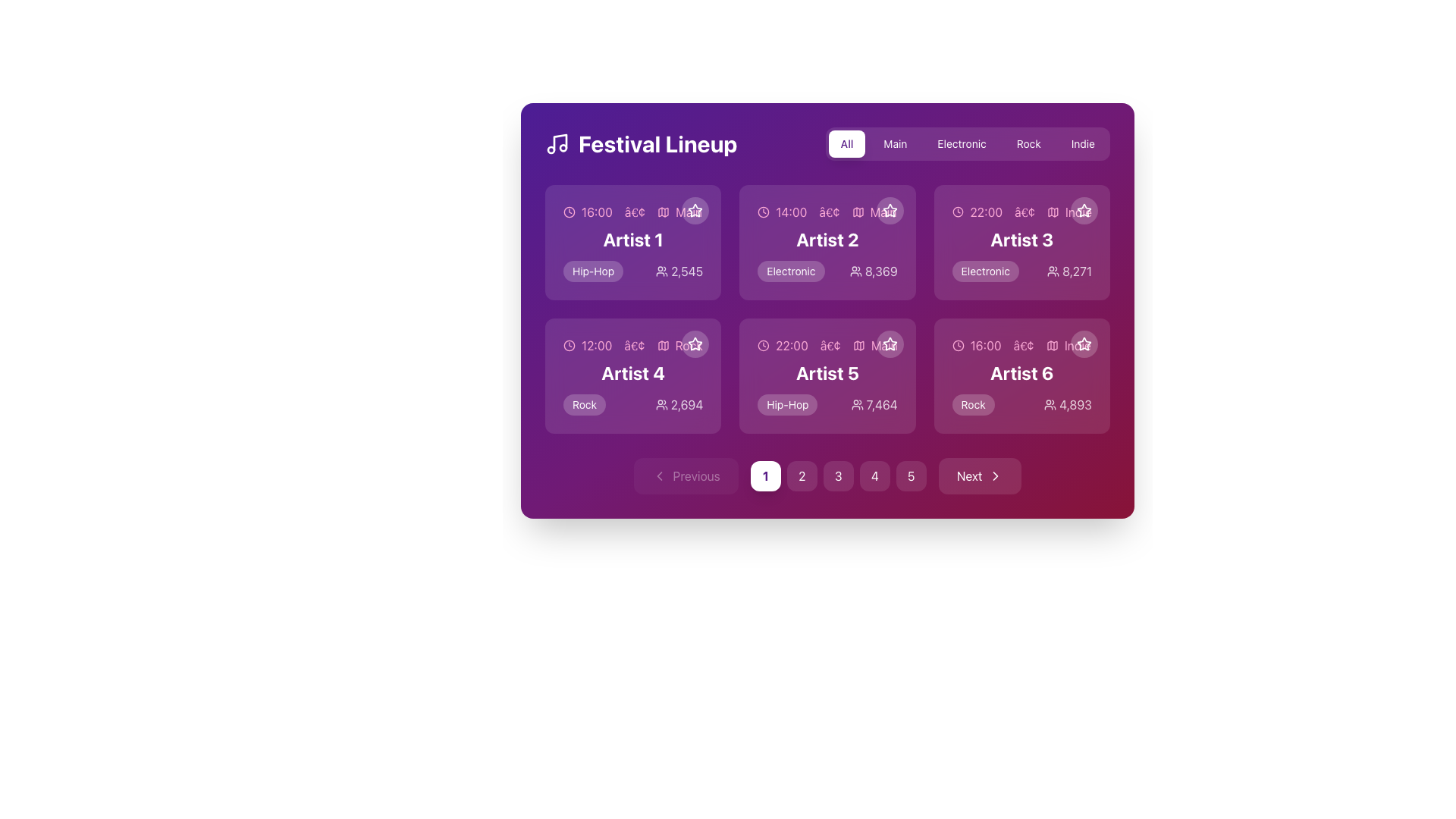 This screenshot has height=819, width=1456. What do you see at coordinates (765, 475) in the screenshot?
I see `the pagination control button located to the right of the 'Previous' button and to the left of the button labeled '2'` at bounding box center [765, 475].